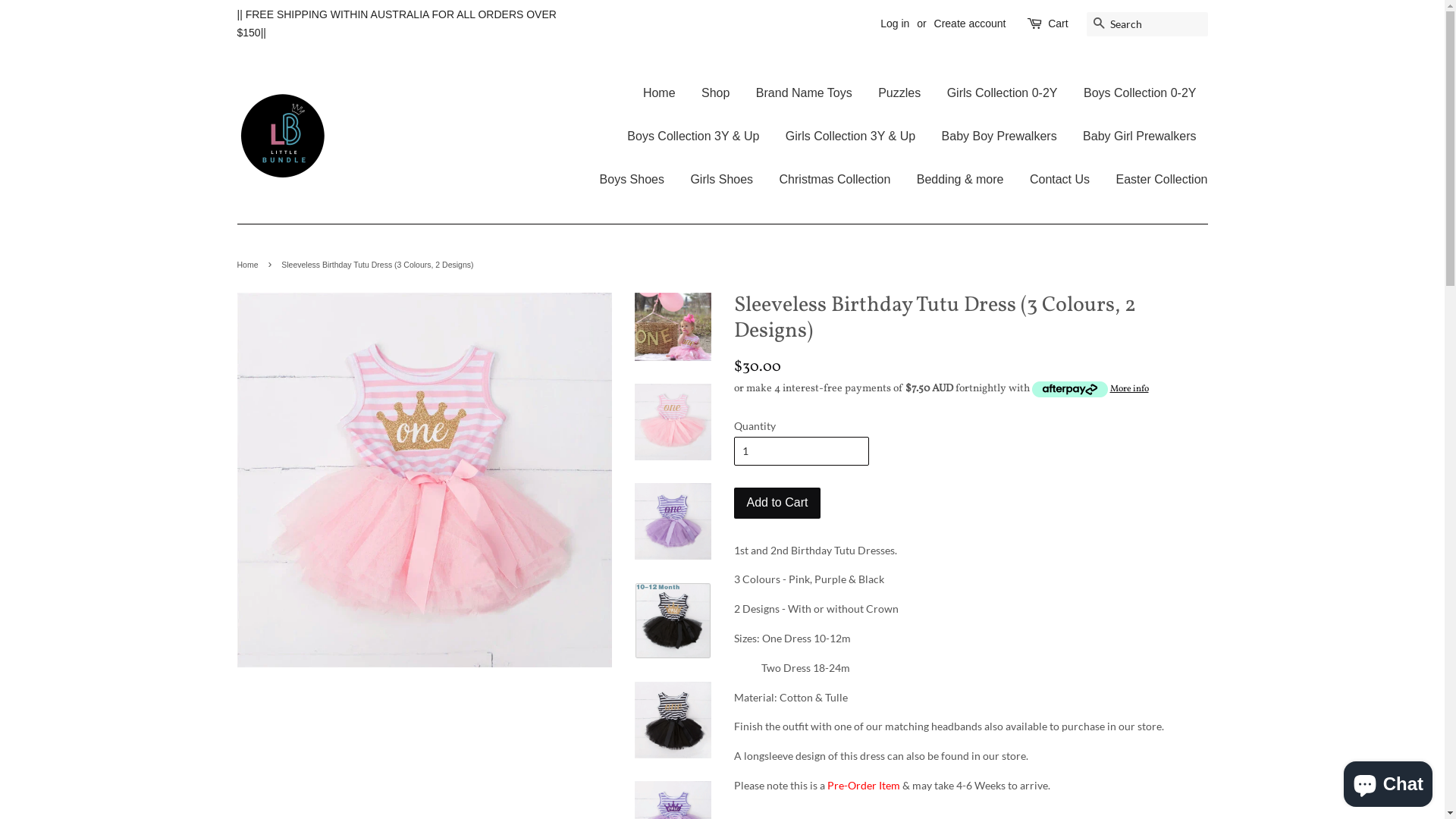 This screenshot has height=819, width=1456. Describe the element at coordinates (632, 178) in the screenshot. I see `'Boys Shoes'` at that location.